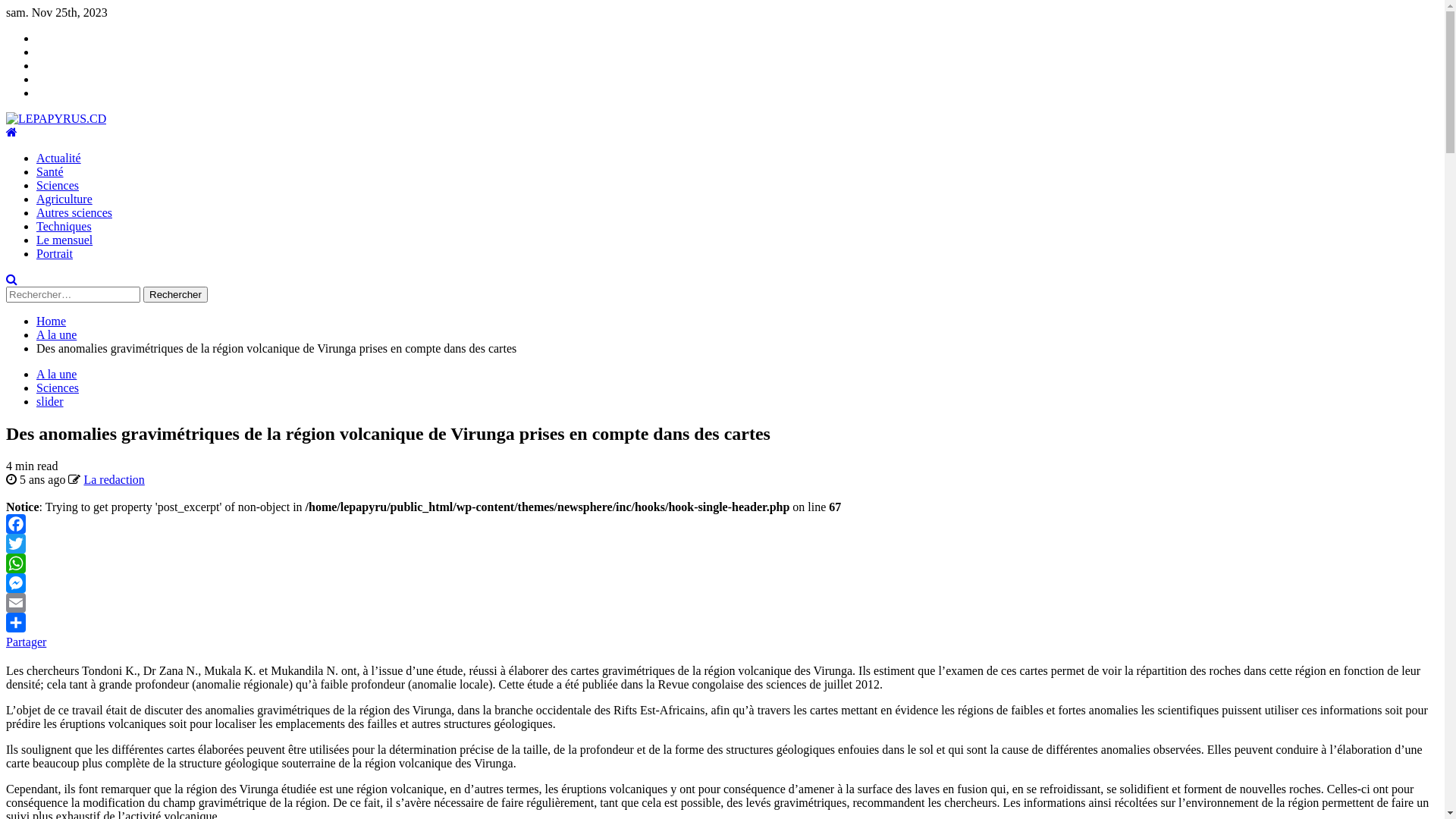  Describe the element at coordinates (36, 212) in the screenshot. I see `'Autres sciences'` at that location.